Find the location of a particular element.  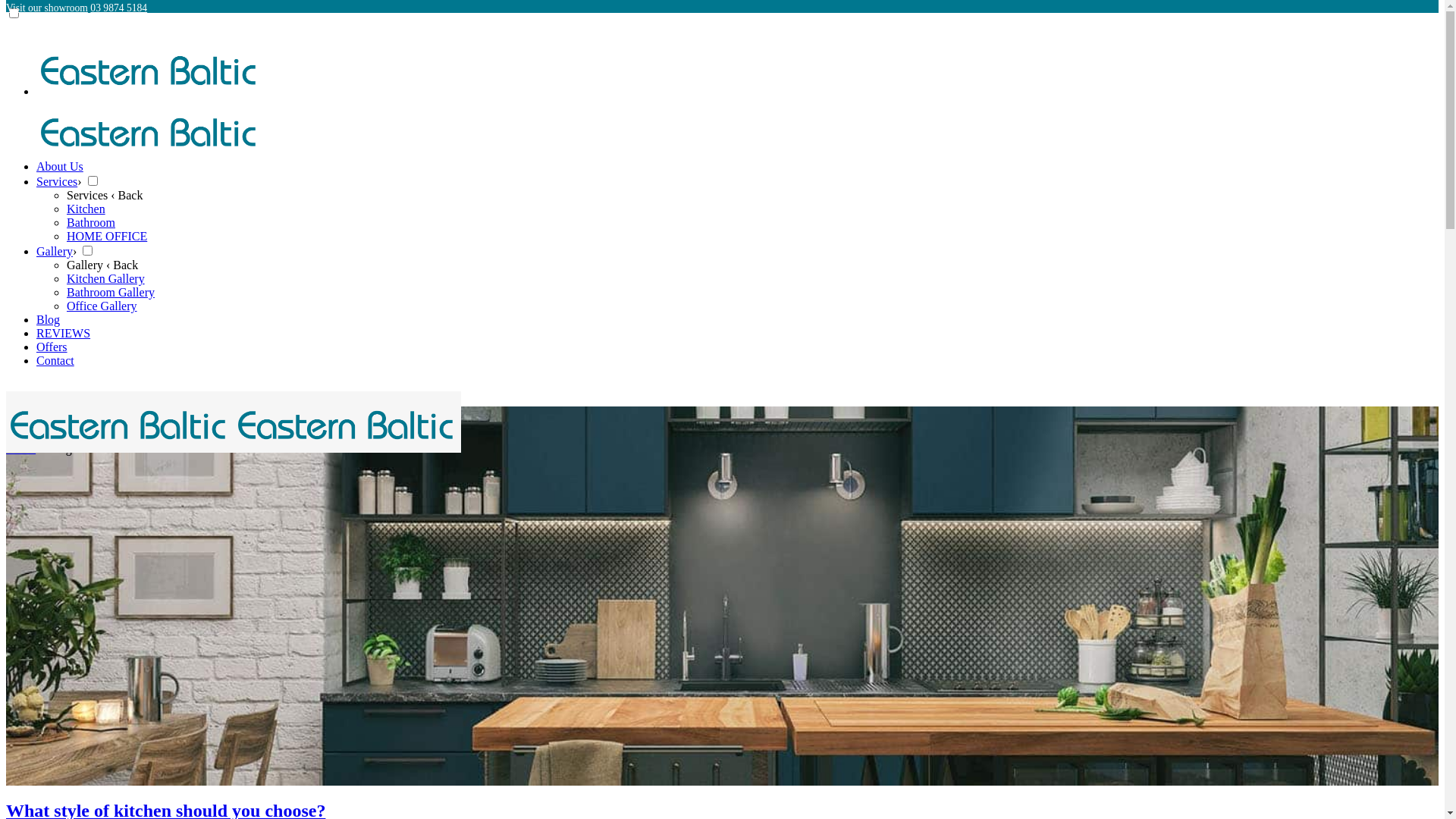

'Kitchen Gallery' is located at coordinates (105, 278).